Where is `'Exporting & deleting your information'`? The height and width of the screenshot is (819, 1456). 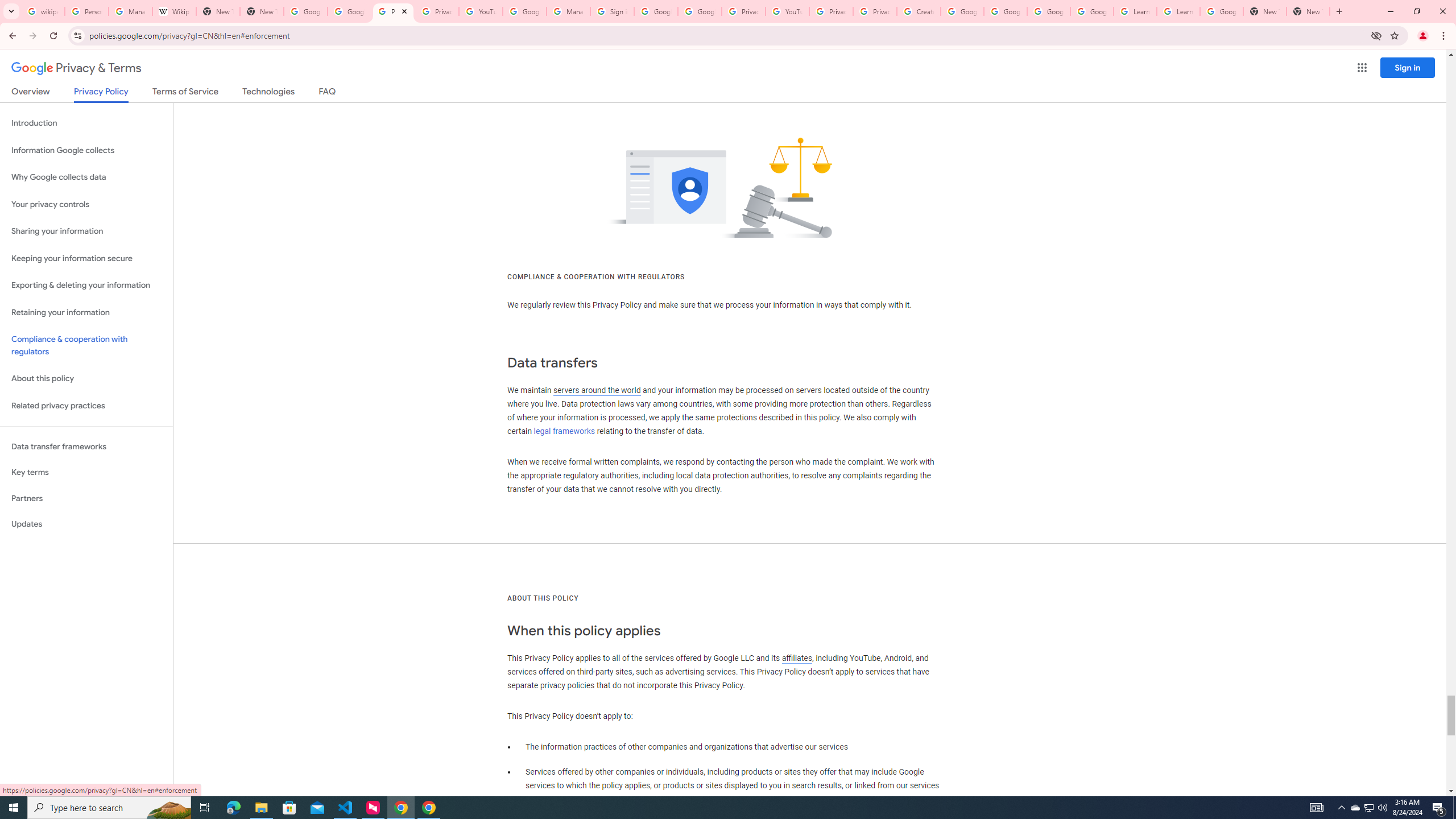
'Exporting & deleting your information' is located at coordinates (86, 285).